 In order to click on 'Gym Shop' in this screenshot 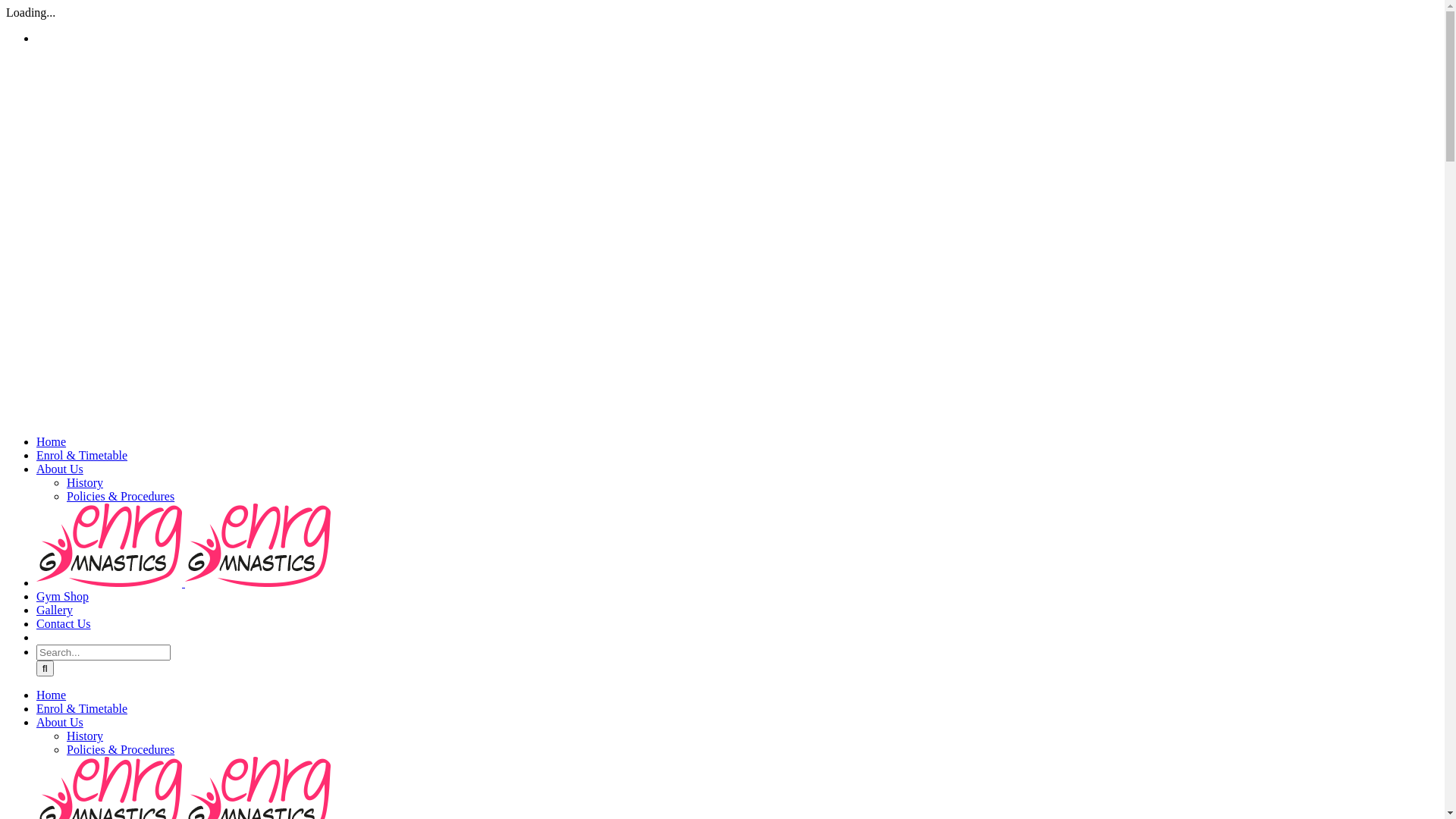, I will do `click(61, 595)`.